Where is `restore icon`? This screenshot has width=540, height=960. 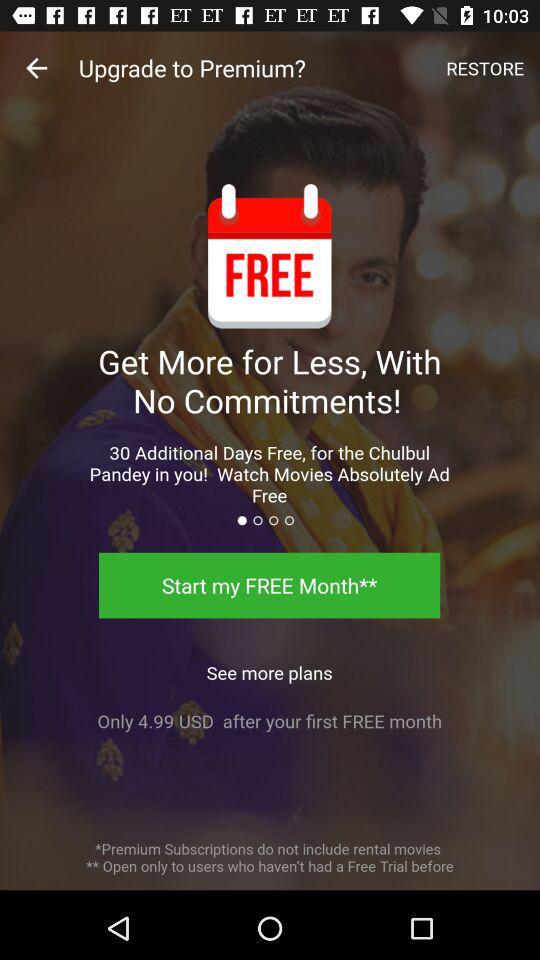 restore icon is located at coordinates (484, 68).